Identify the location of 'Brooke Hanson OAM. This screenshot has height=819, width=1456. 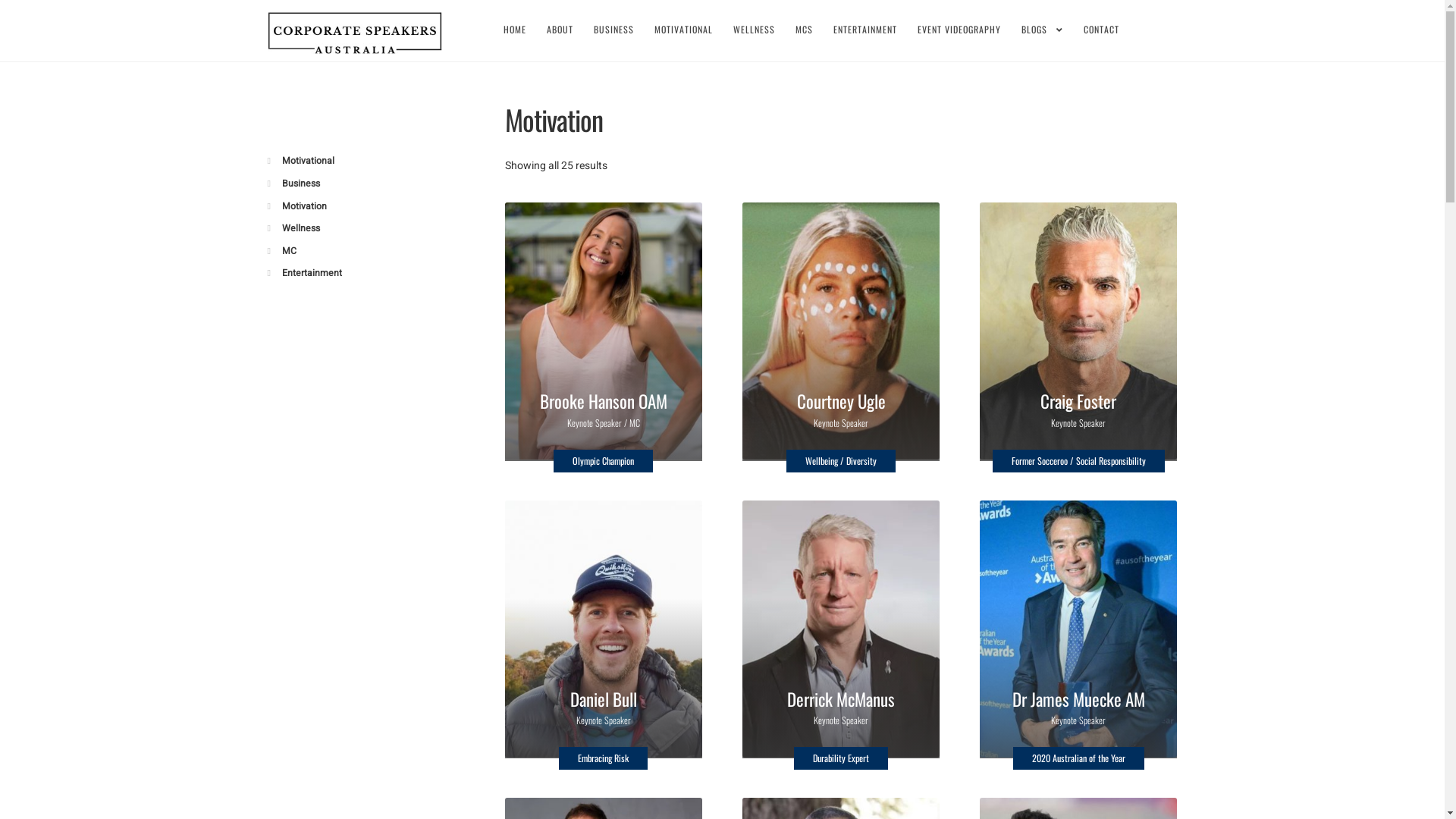
(505, 330).